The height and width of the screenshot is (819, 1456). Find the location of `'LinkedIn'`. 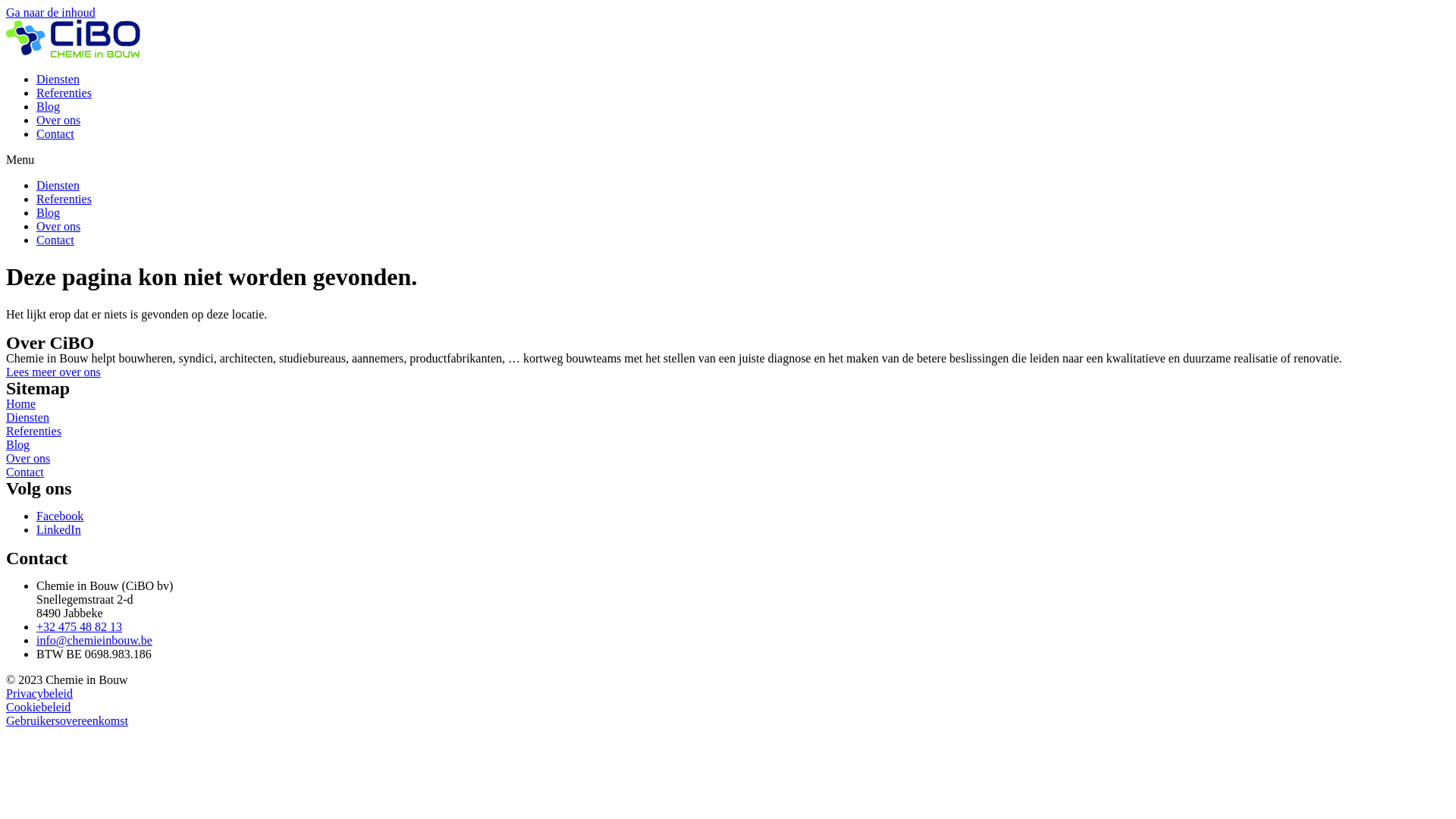

'LinkedIn' is located at coordinates (58, 529).